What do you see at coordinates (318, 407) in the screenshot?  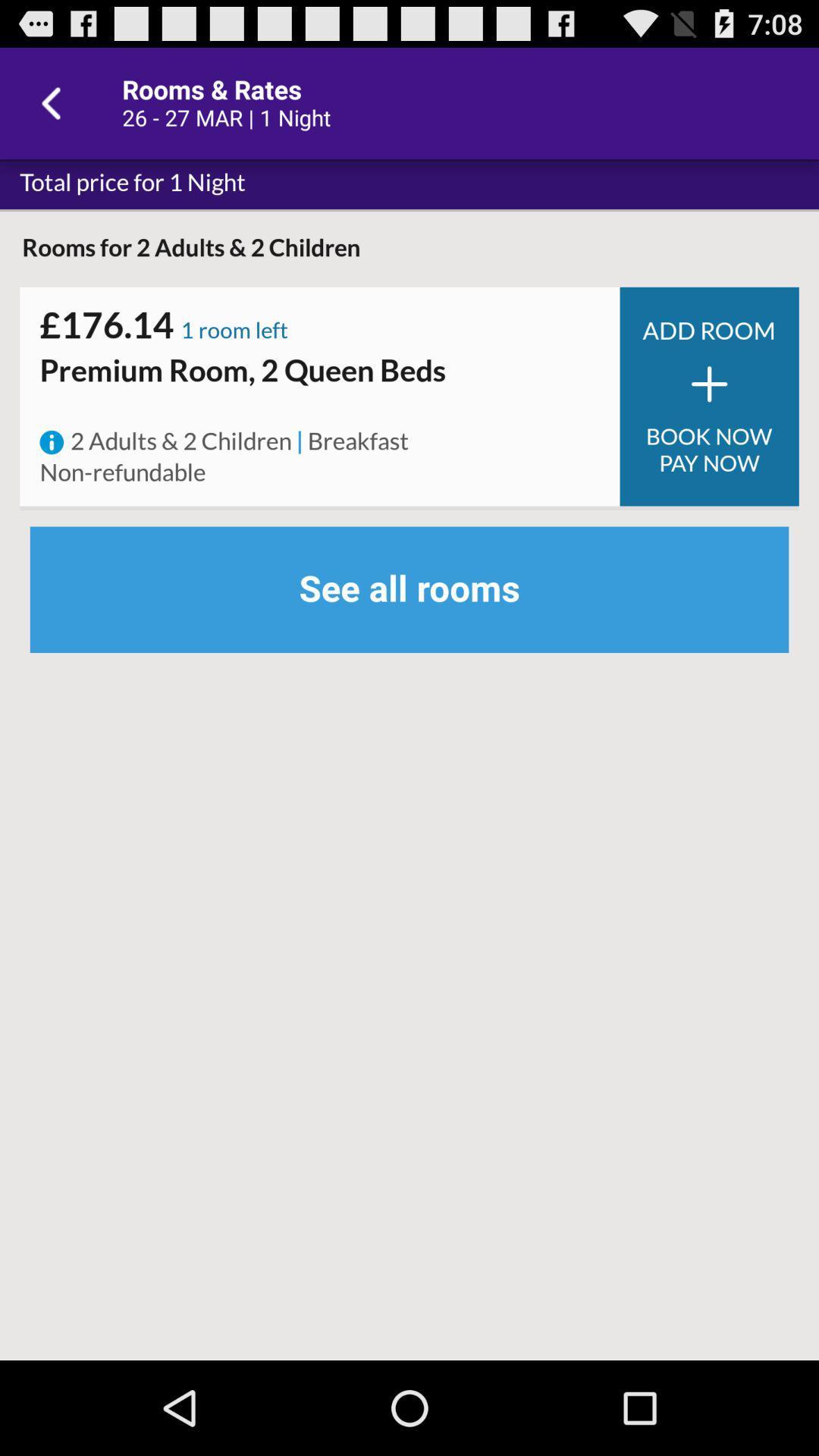 I see `item below the premium room 2` at bounding box center [318, 407].